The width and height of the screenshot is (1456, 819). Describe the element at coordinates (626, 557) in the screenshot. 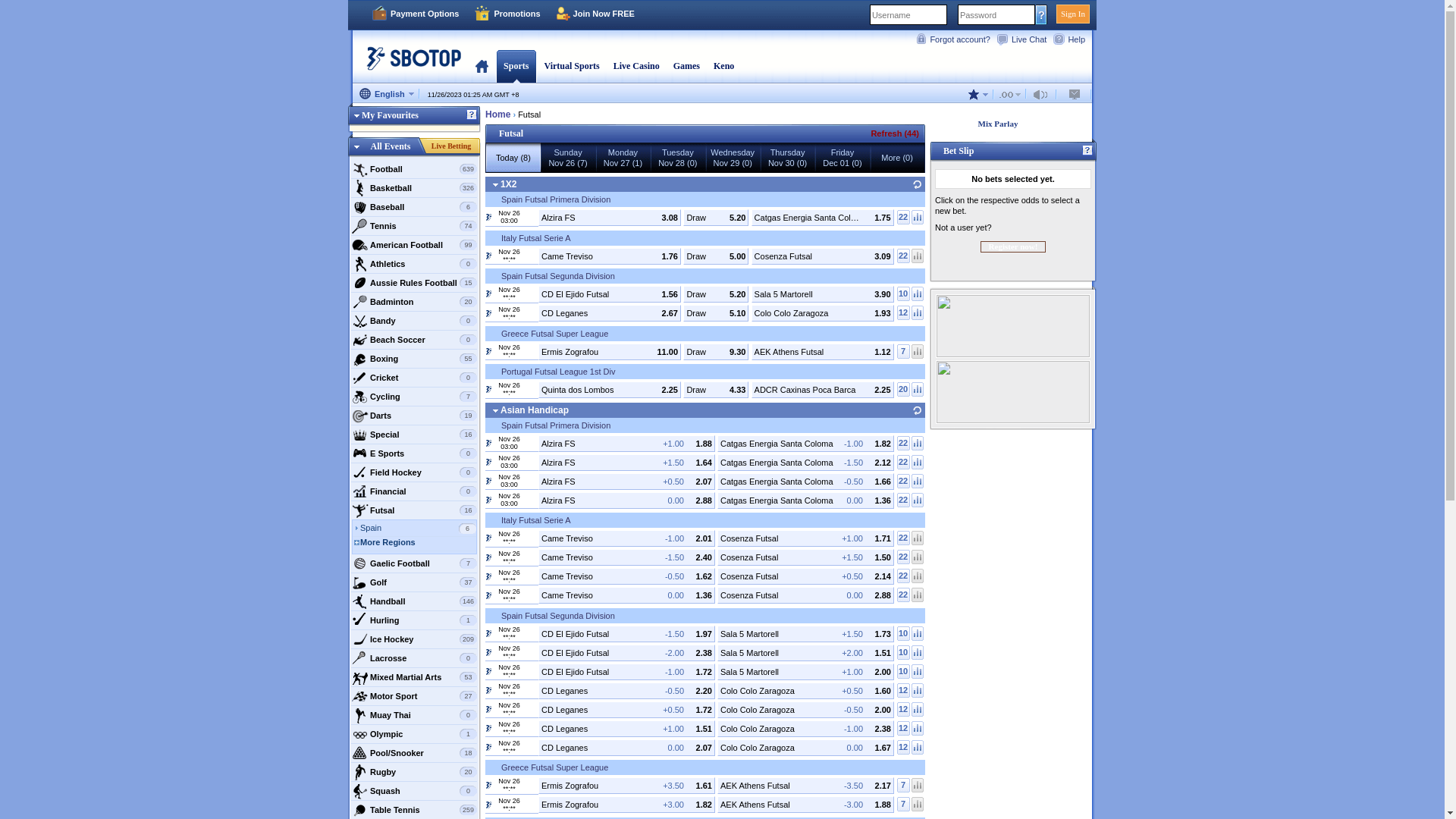

I see `'2.40` at that location.